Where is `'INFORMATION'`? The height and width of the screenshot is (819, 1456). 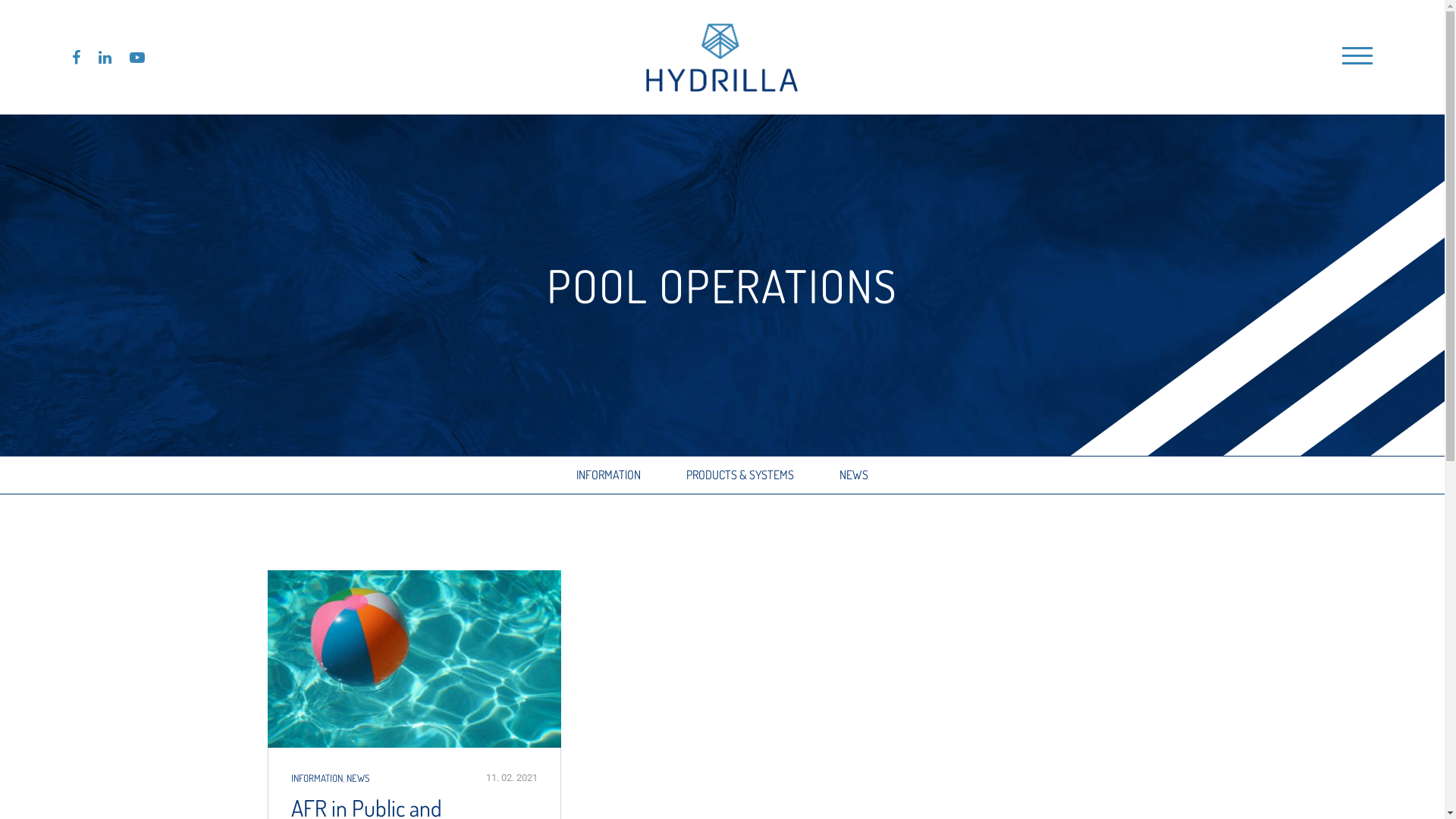
'INFORMATION' is located at coordinates (315, 778).